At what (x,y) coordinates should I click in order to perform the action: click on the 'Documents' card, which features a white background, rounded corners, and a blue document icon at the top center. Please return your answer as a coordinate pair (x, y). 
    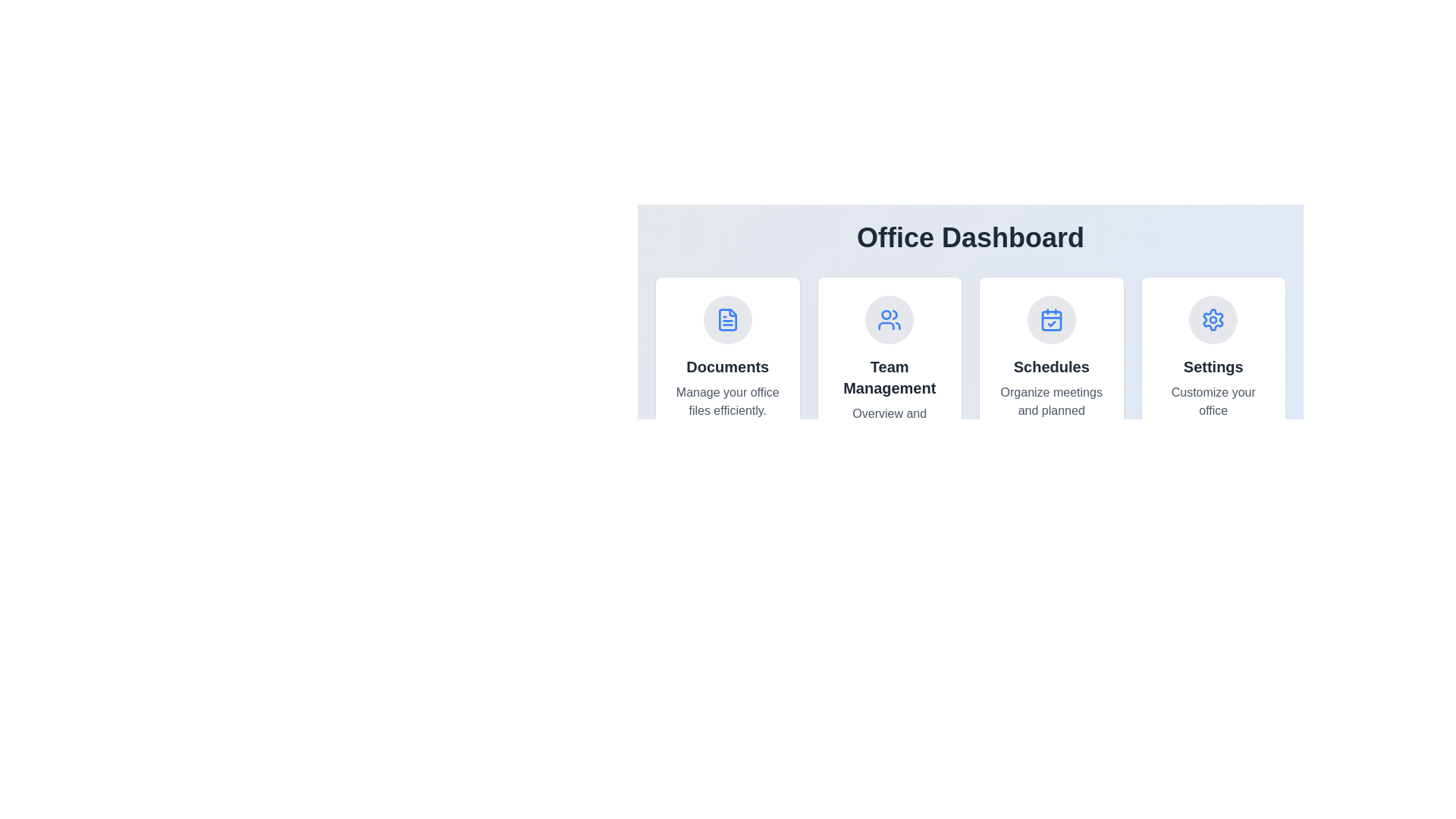
    Looking at the image, I should click on (726, 376).